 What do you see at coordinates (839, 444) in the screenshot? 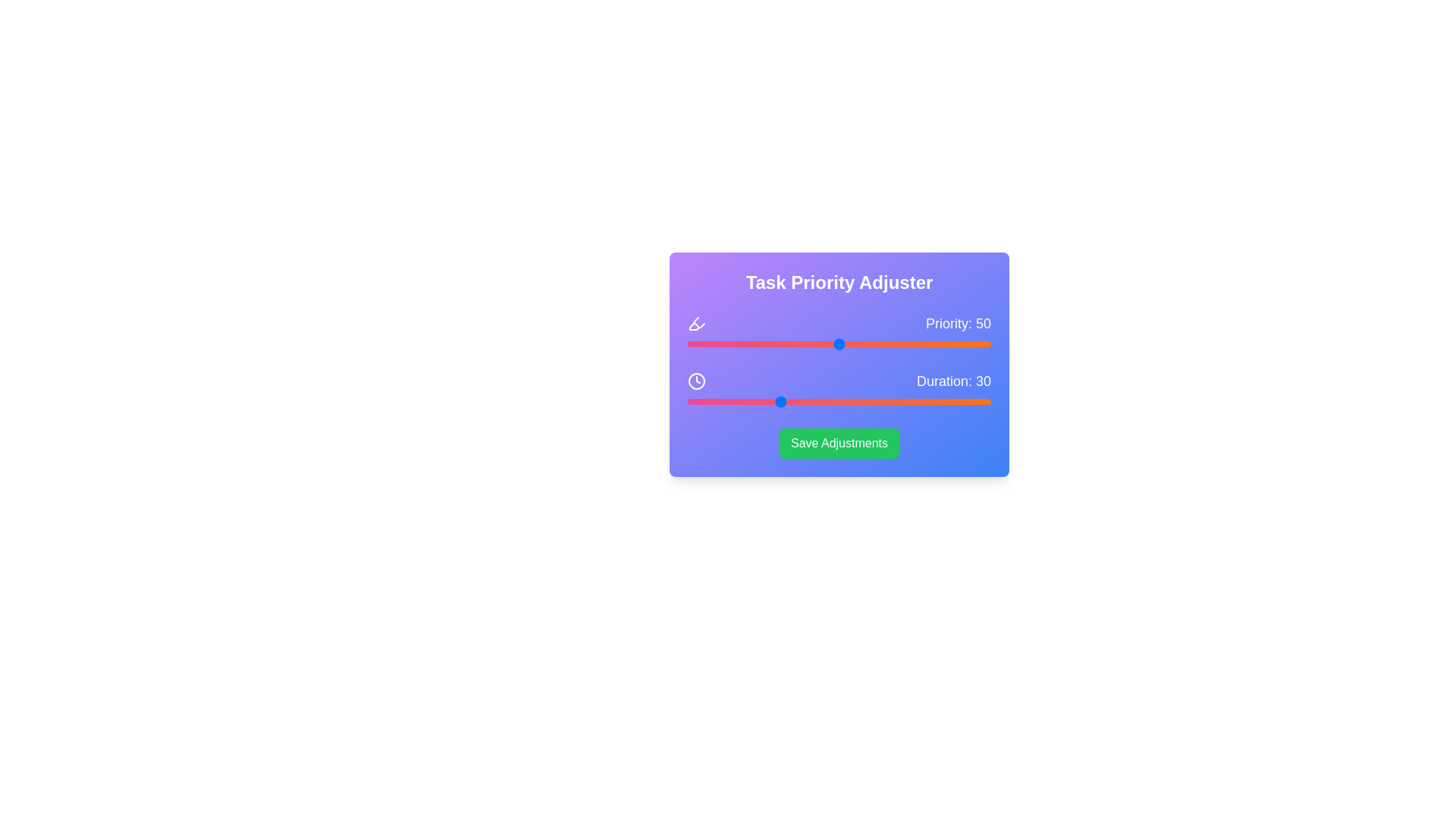
I see `'Save Adjustments' button` at bounding box center [839, 444].